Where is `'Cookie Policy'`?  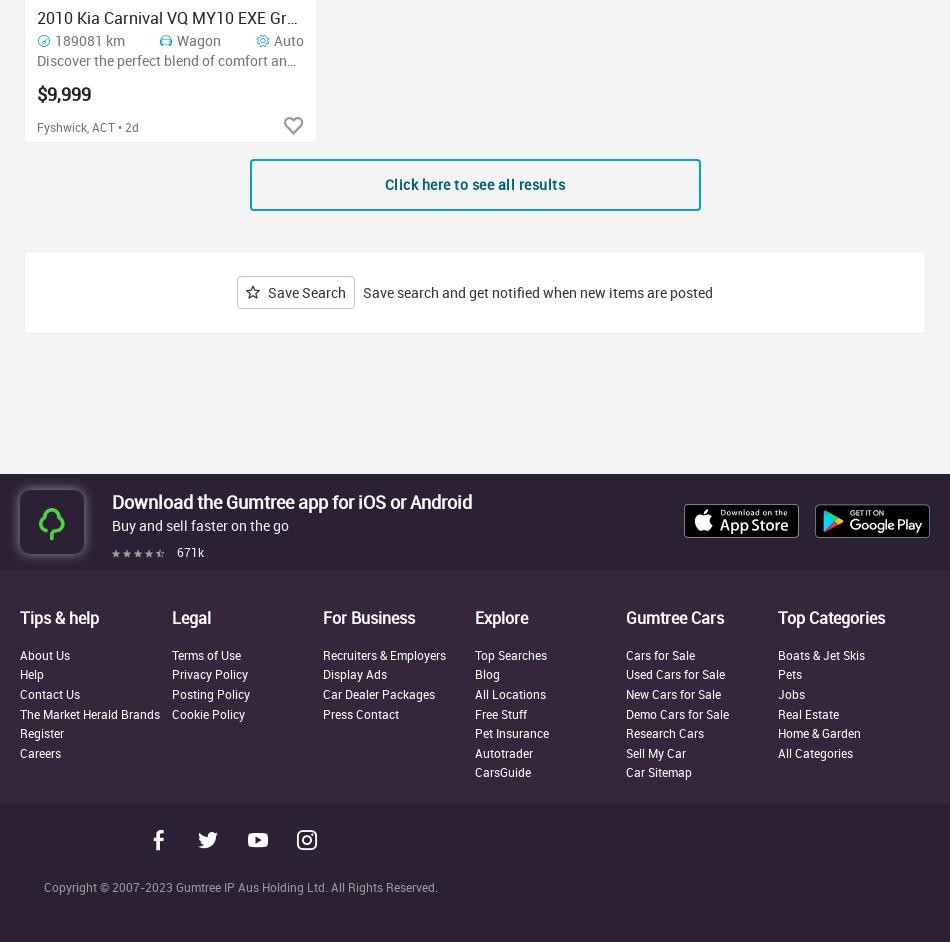
'Cookie Policy' is located at coordinates (207, 711).